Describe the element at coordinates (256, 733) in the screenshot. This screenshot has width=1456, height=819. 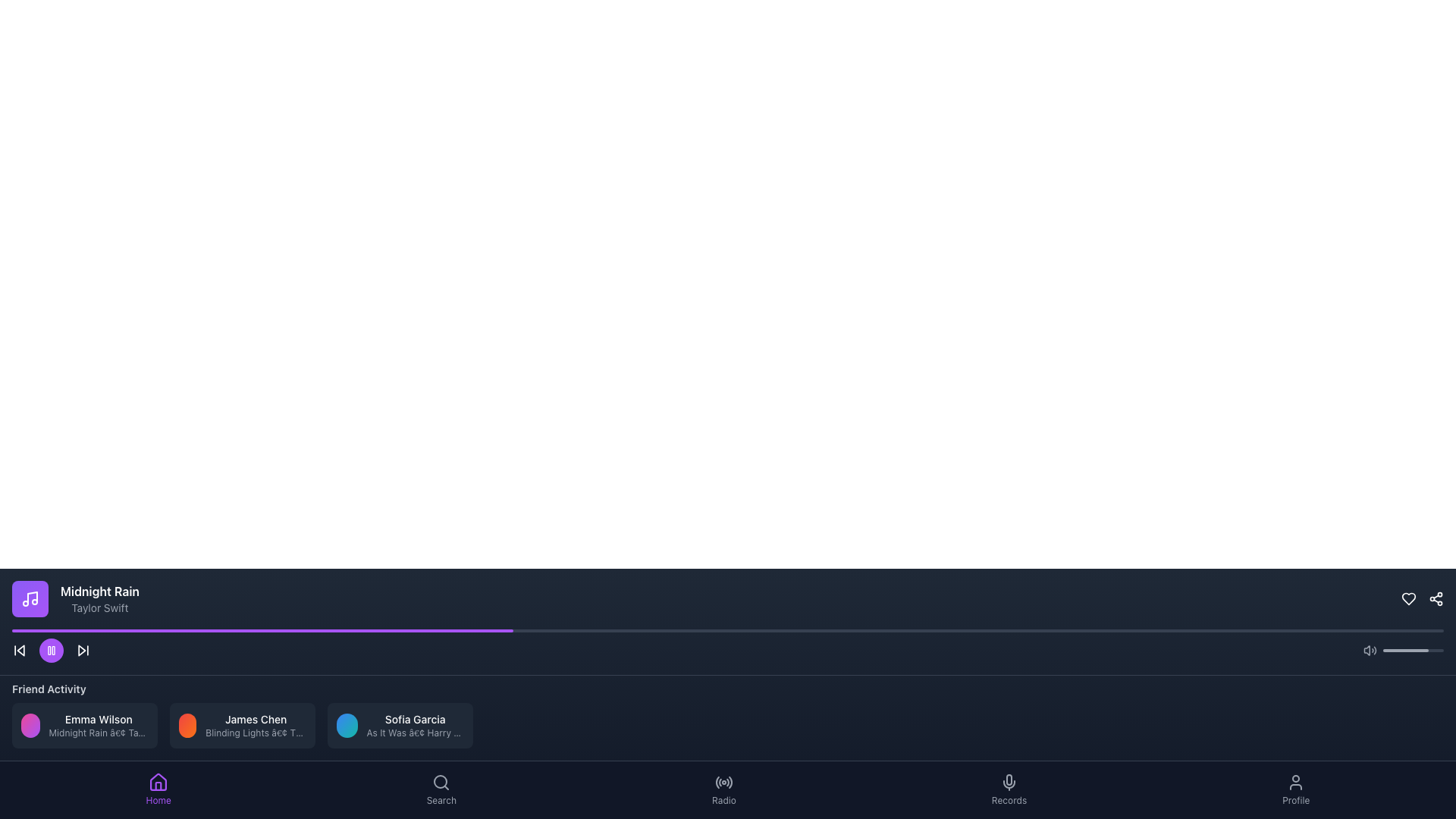
I see `the text label displaying 'Blinding Lights • The Weeknd' located in the middle card of the 'Friend Activity' section, positioned below 'James Chen'` at that location.